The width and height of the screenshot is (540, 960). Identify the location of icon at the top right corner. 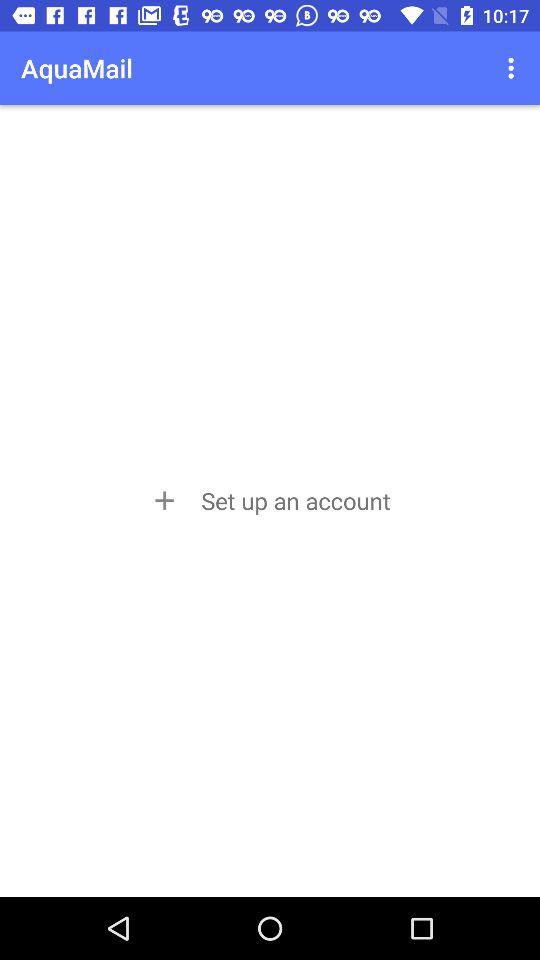
(513, 68).